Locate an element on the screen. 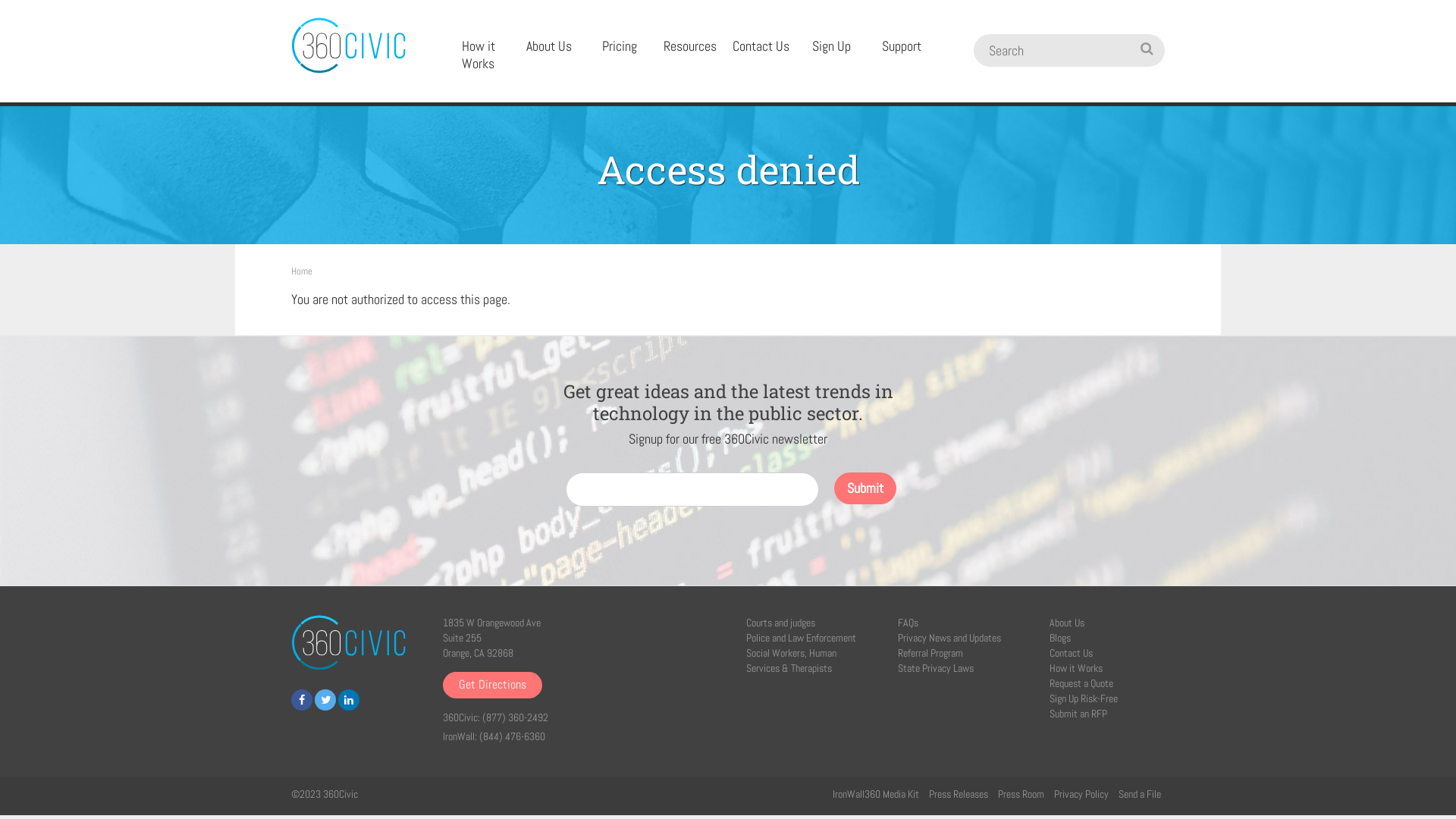  'Submit an RFP' is located at coordinates (1077, 714).